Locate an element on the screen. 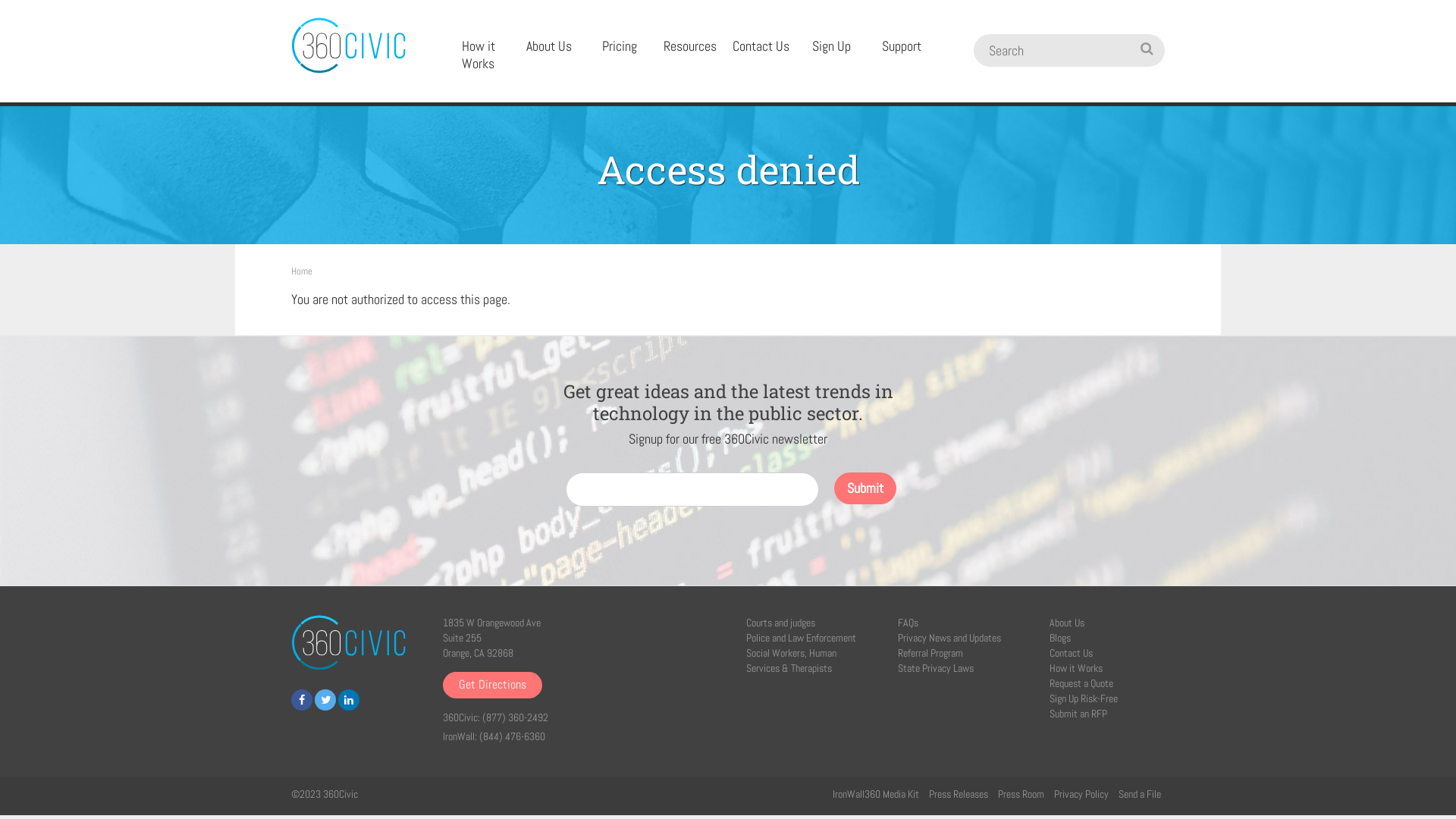  'Submit an RFP' is located at coordinates (1077, 714).